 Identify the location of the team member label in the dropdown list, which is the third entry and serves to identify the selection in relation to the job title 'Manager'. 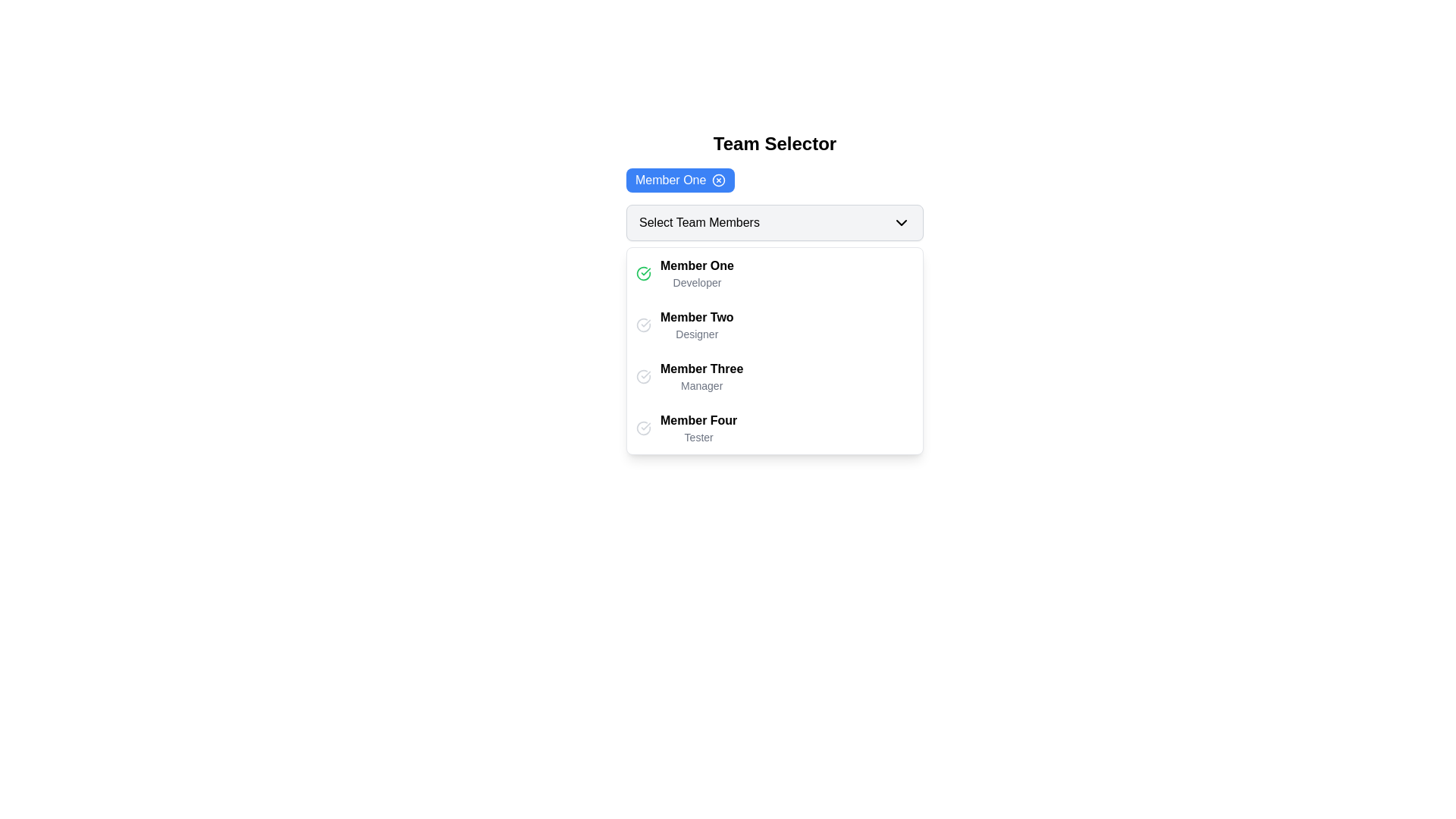
(701, 369).